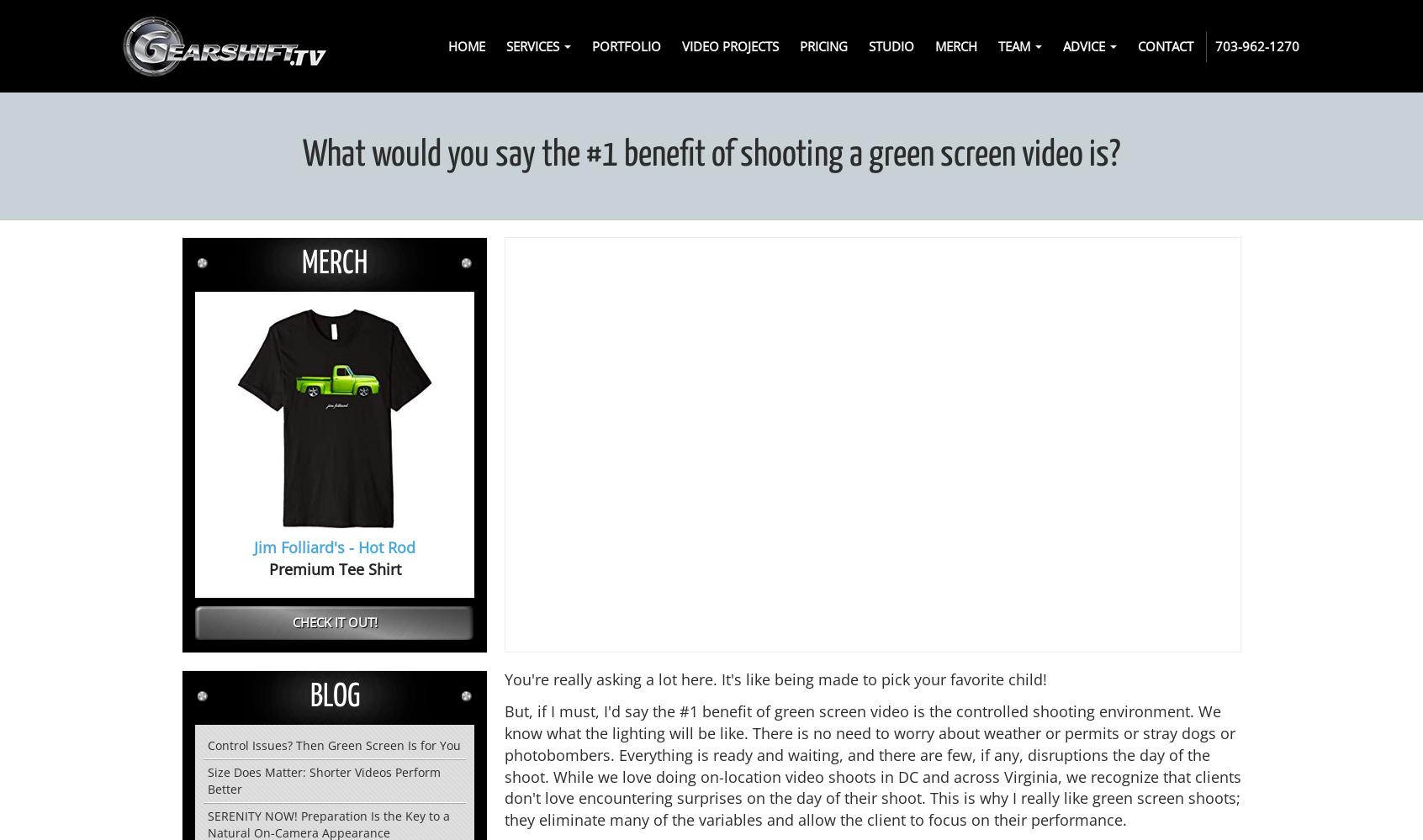 The height and width of the screenshot is (840, 1423). What do you see at coordinates (324, 779) in the screenshot?
I see `'Size Does Matter: Shorter Videos Perform Better'` at bounding box center [324, 779].